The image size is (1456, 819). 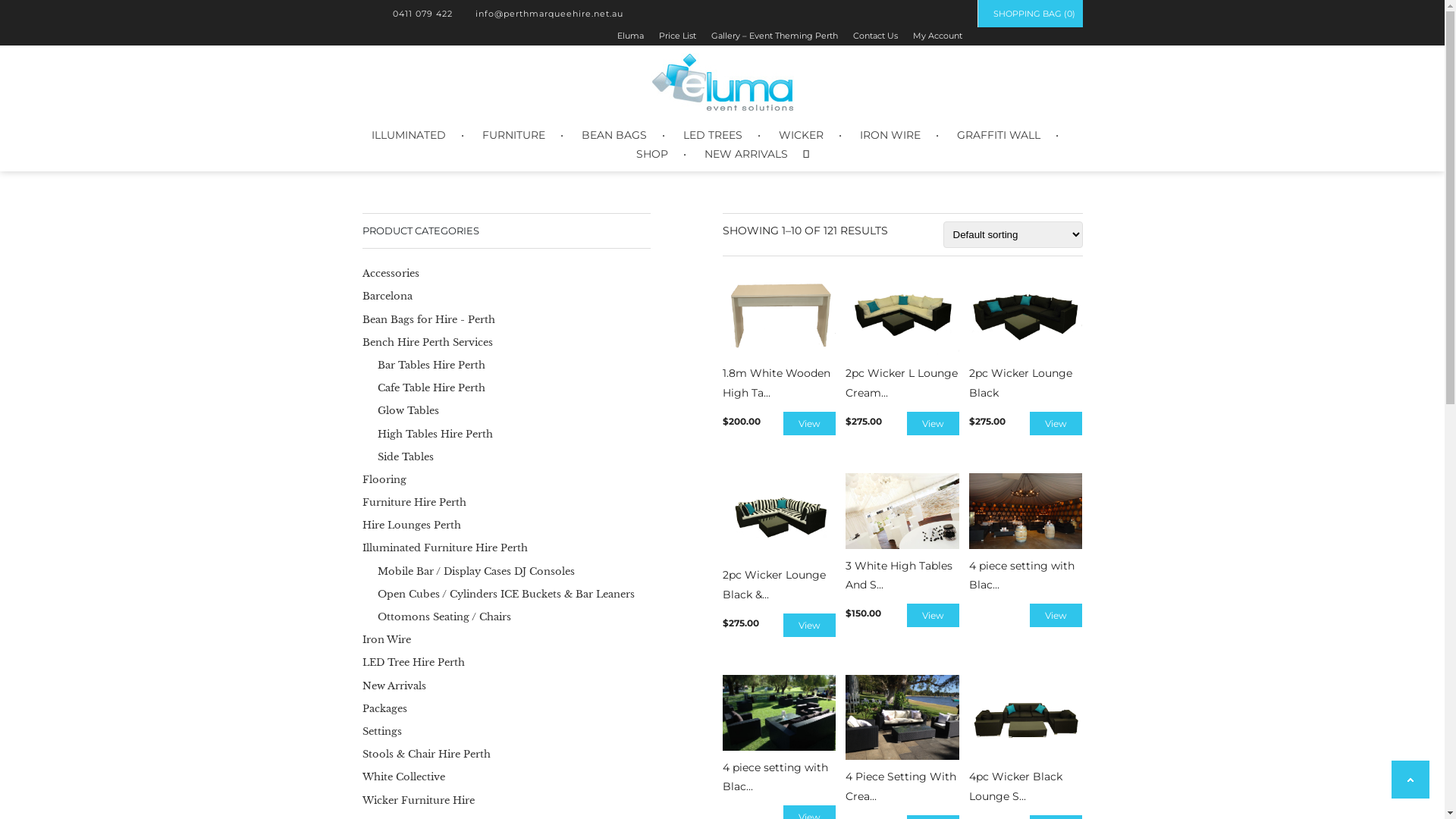 I want to click on 'Wicker Furniture Hire', so click(x=419, y=799).